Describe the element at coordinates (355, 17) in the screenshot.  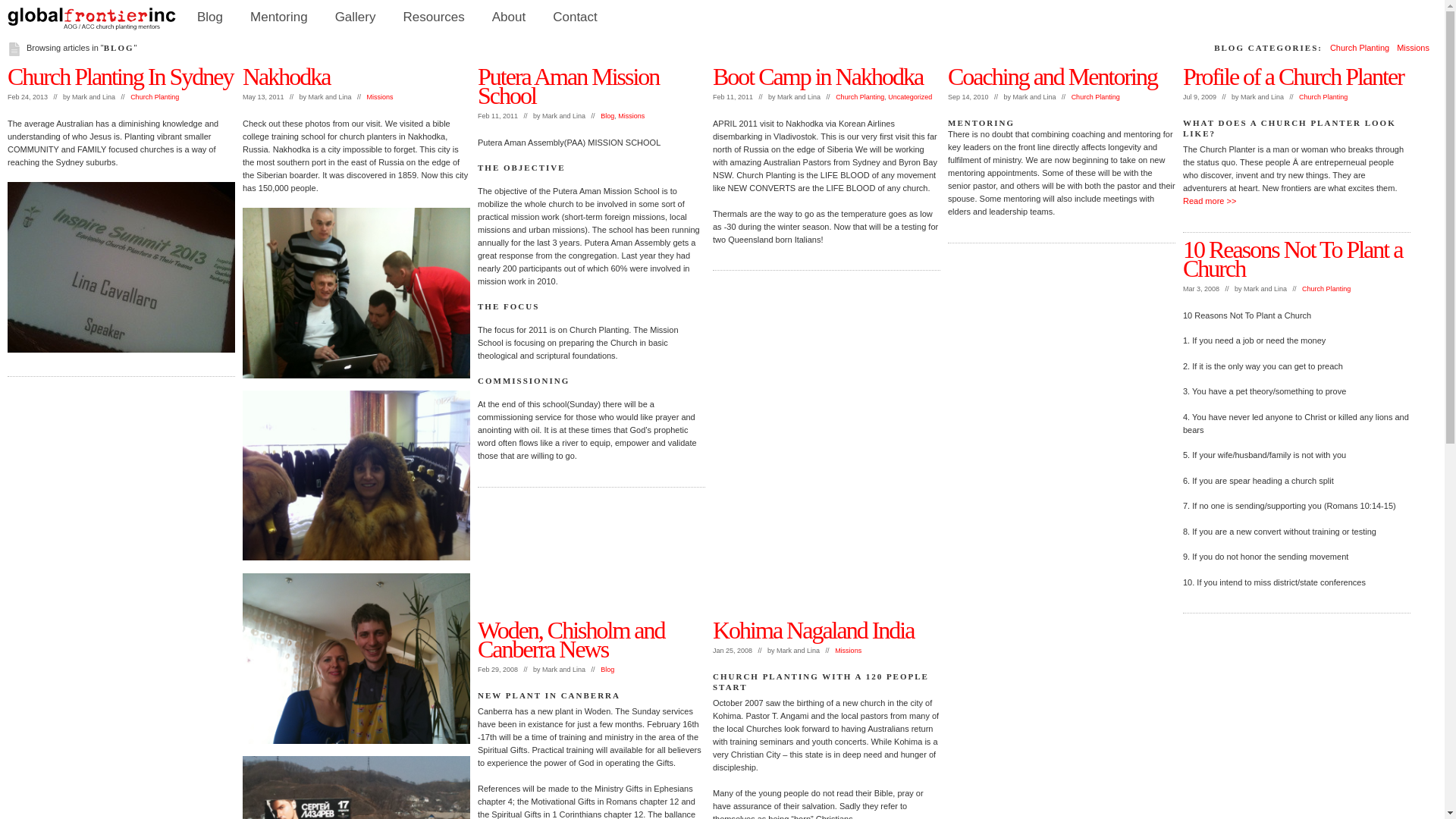
I see `'Gallery'` at that location.